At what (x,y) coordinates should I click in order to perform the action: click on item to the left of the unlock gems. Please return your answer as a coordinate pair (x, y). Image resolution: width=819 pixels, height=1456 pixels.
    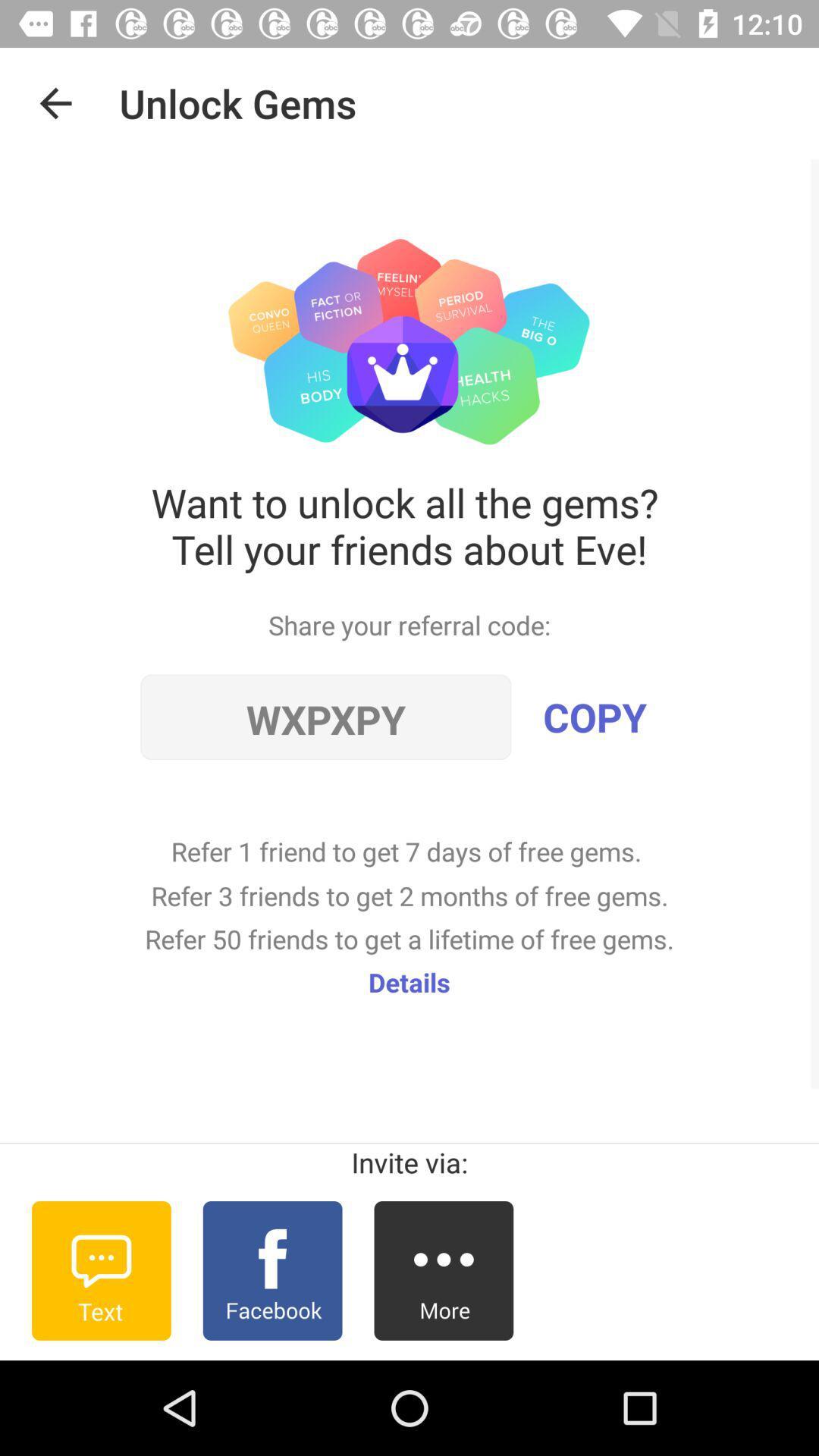
    Looking at the image, I should click on (55, 102).